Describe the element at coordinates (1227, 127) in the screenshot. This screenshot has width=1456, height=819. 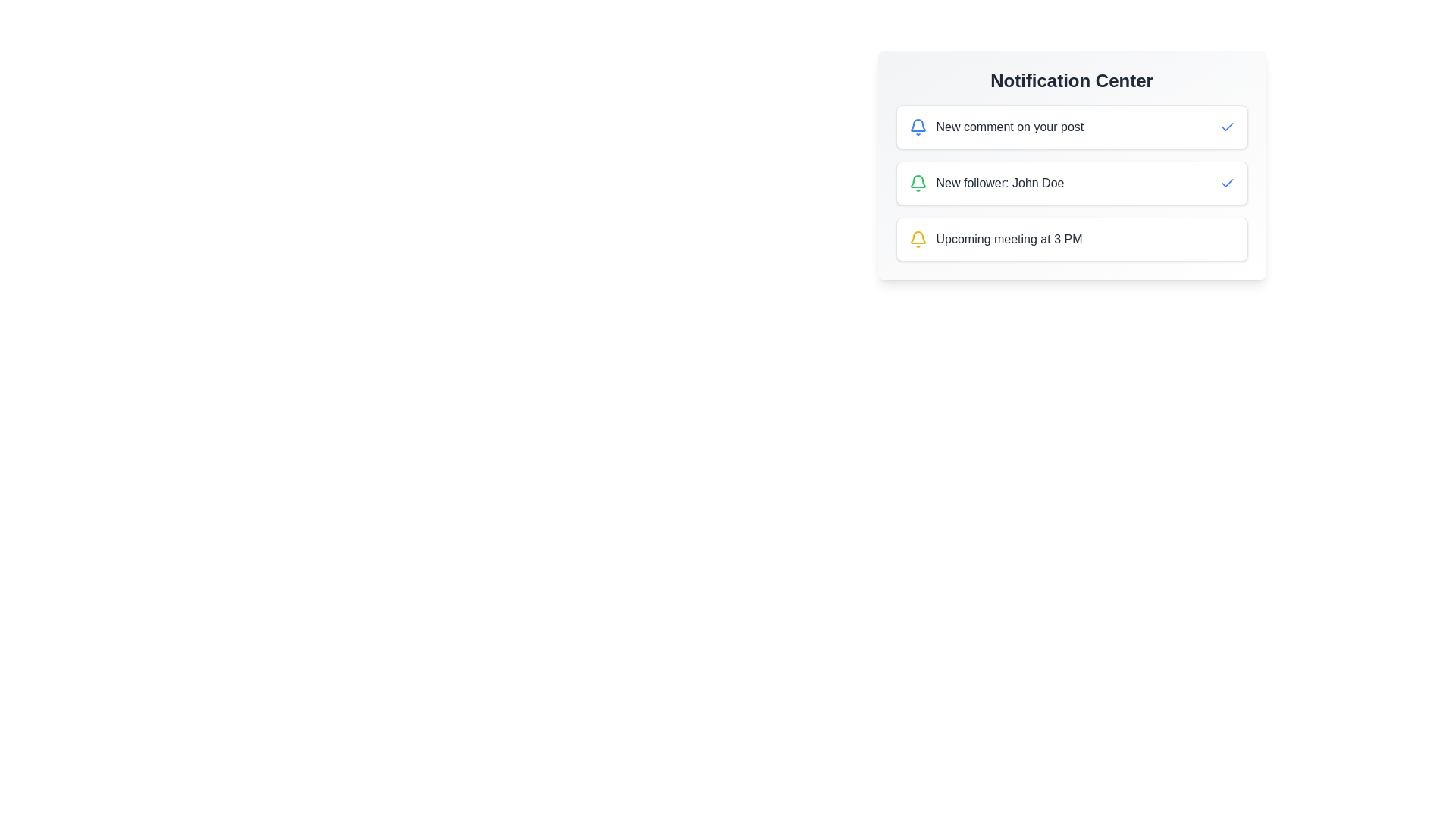
I see `the interactive confirmation icon button located at the right end of the notification row to change its color` at that location.